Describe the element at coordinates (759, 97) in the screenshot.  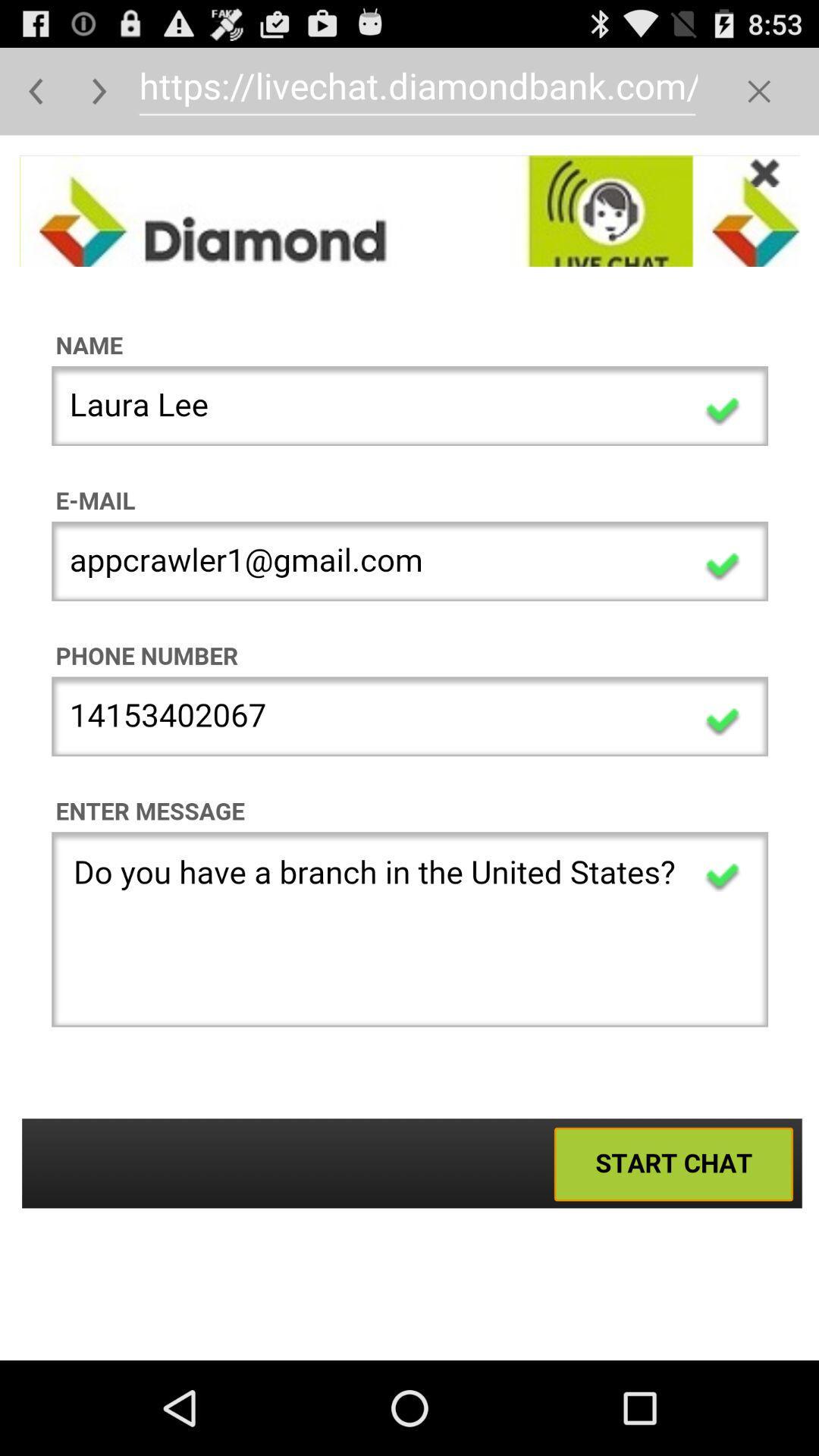
I see `the close icon` at that location.